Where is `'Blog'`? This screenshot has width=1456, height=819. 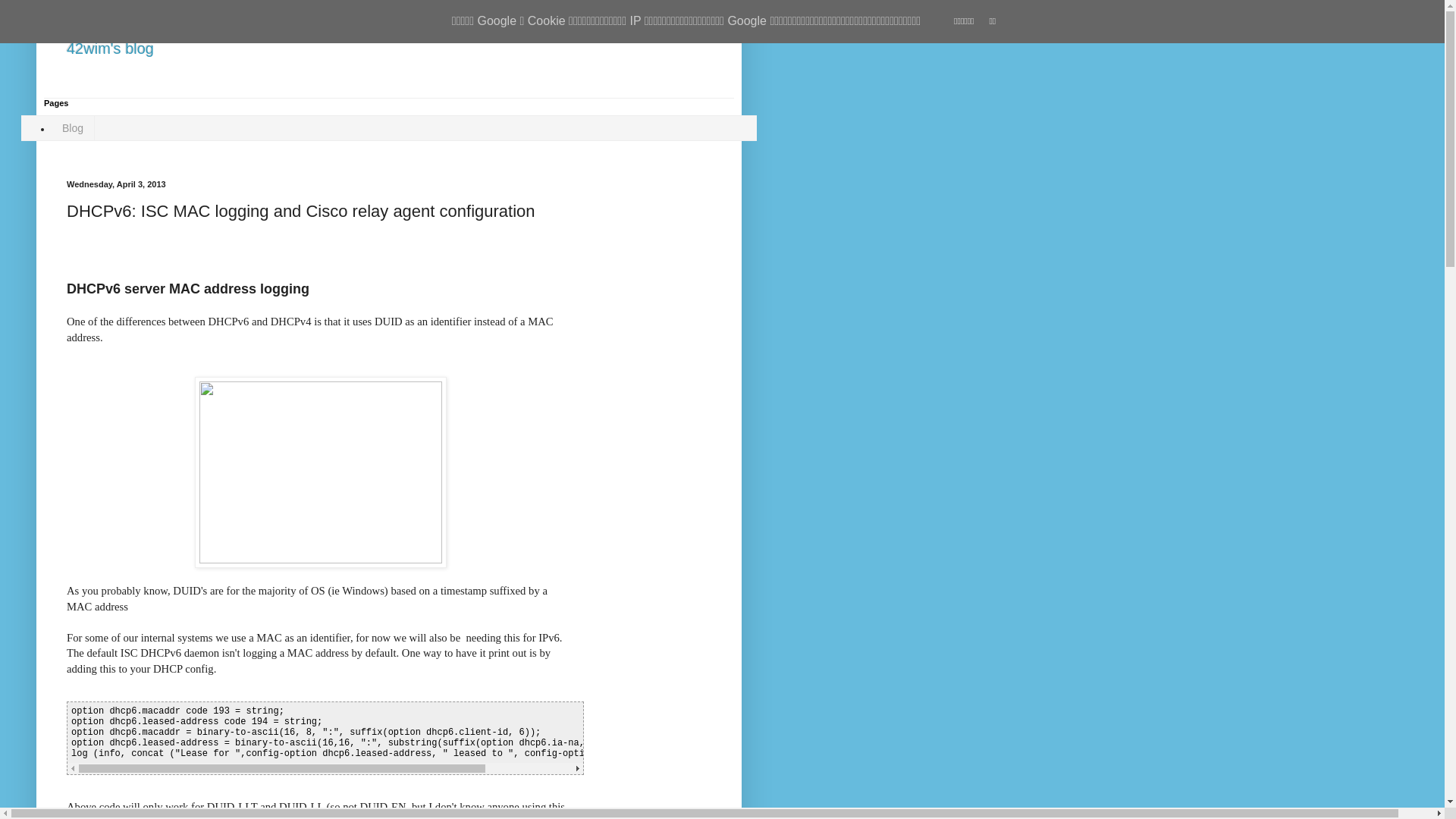 'Blog' is located at coordinates (72, 127).